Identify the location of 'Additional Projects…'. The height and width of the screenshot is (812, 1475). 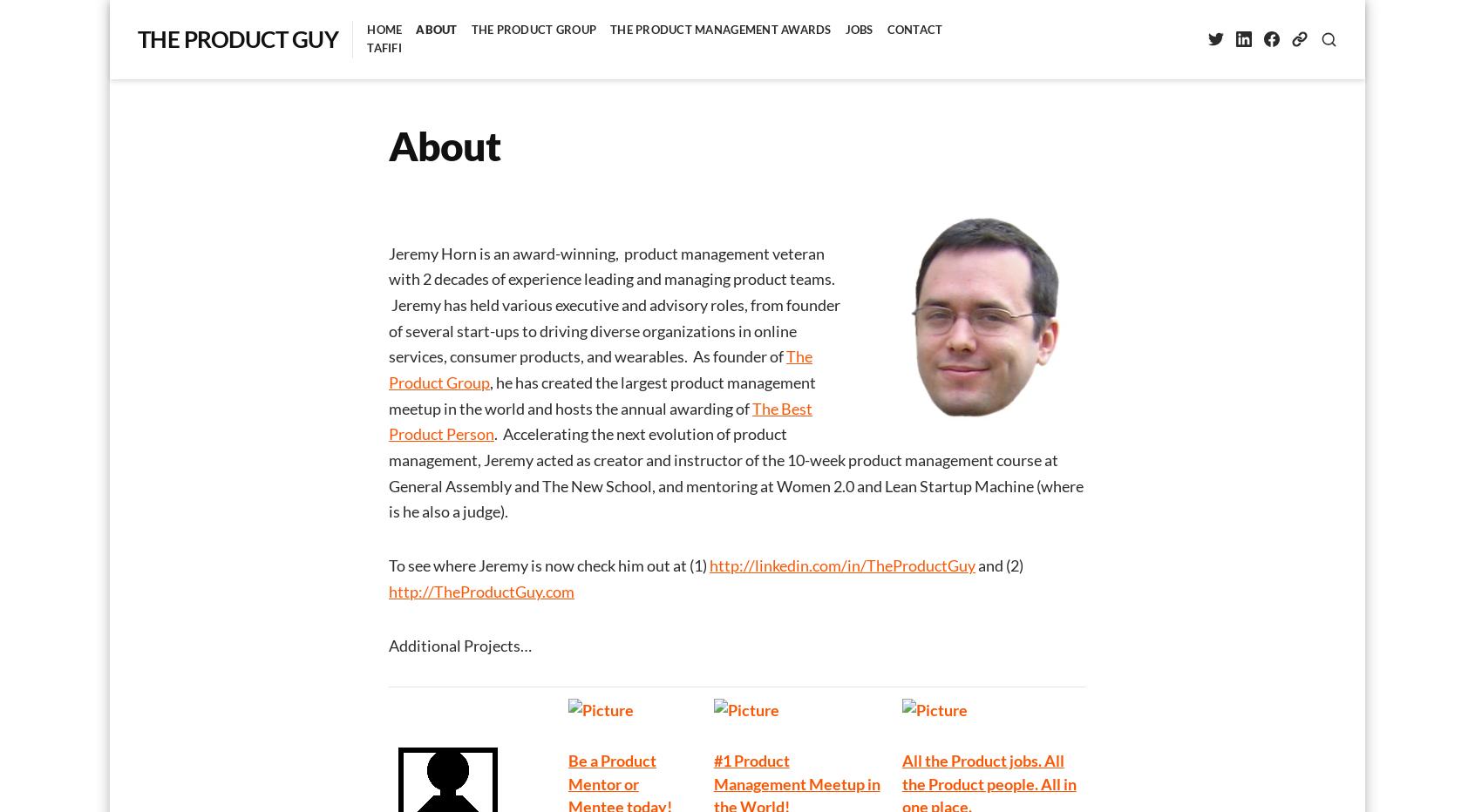
(388, 644).